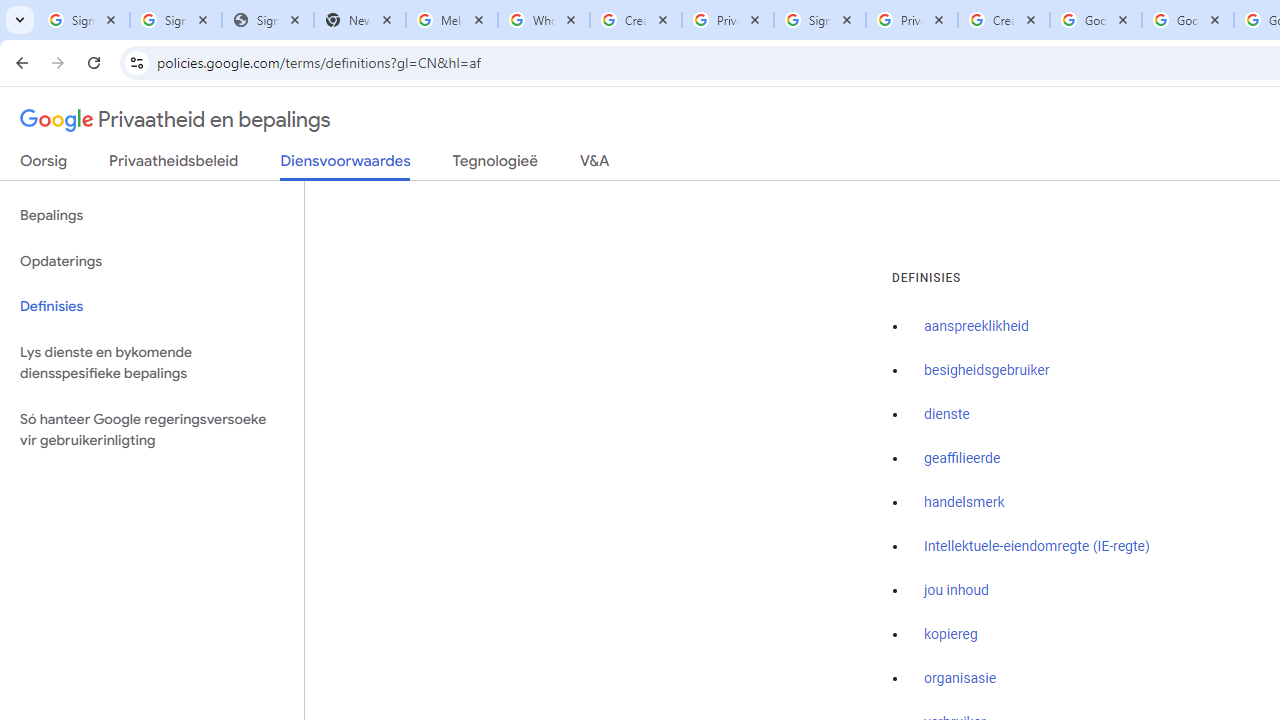 The width and height of the screenshot is (1280, 720). What do you see at coordinates (976, 326) in the screenshot?
I see `'aanspreeklikheid'` at bounding box center [976, 326].